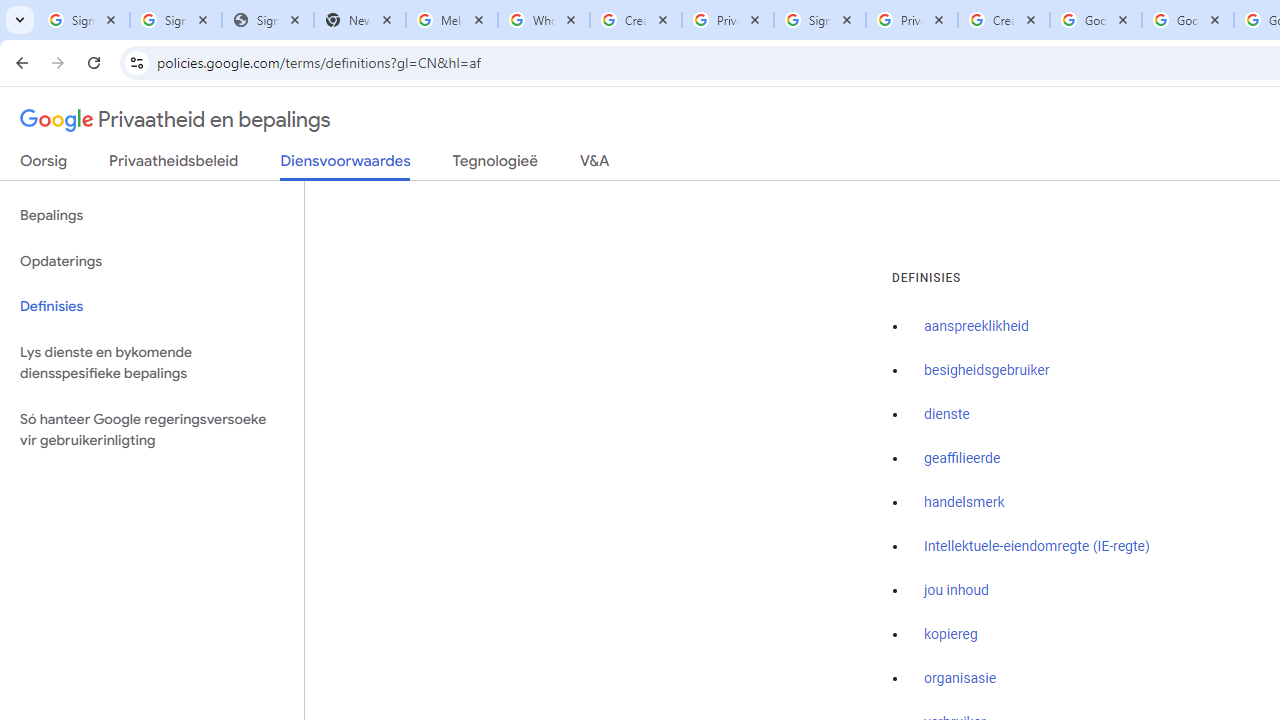 The width and height of the screenshot is (1280, 720). What do you see at coordinates (976, 326) in the screenshot?
I see `'aanspreeklikheid'` at bounding box center [976, 326].